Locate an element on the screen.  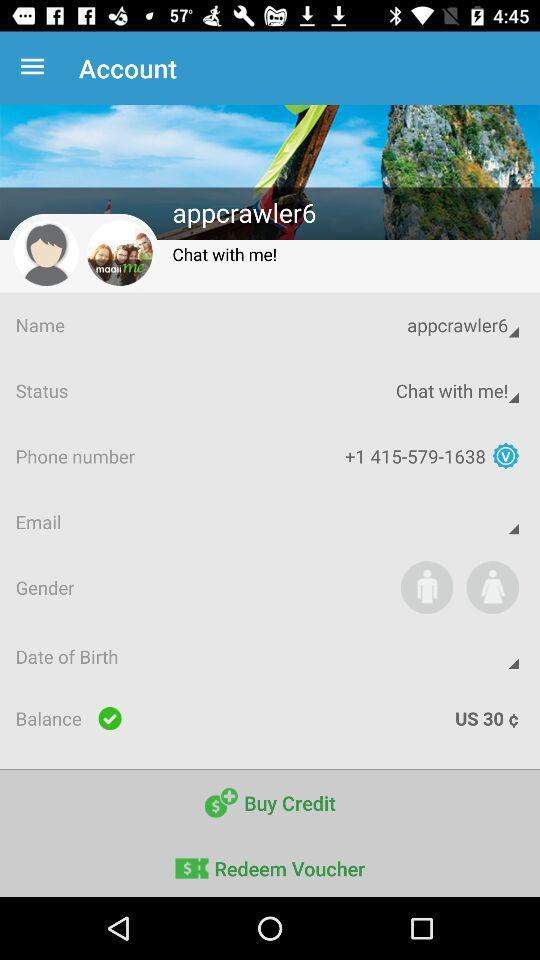
to join the vebsite is located at coordinates (426, 587).